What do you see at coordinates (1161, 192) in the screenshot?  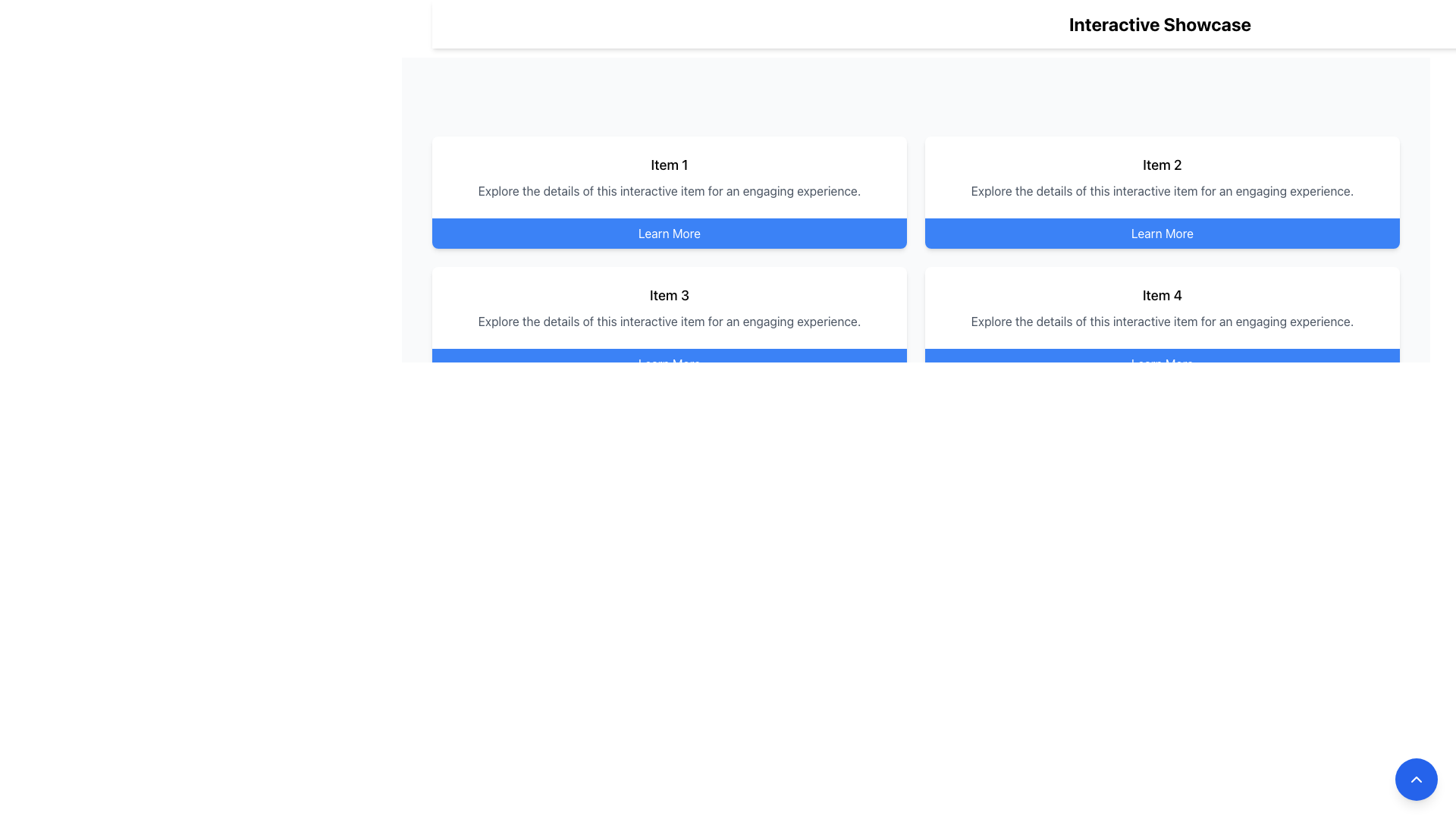 I see `the card labeled 'Item 2' which contains the description and a 'Learn More' button, located in the second column of the first row in the 'Interactive Showcase' section` at bounding box center [1161, 192].